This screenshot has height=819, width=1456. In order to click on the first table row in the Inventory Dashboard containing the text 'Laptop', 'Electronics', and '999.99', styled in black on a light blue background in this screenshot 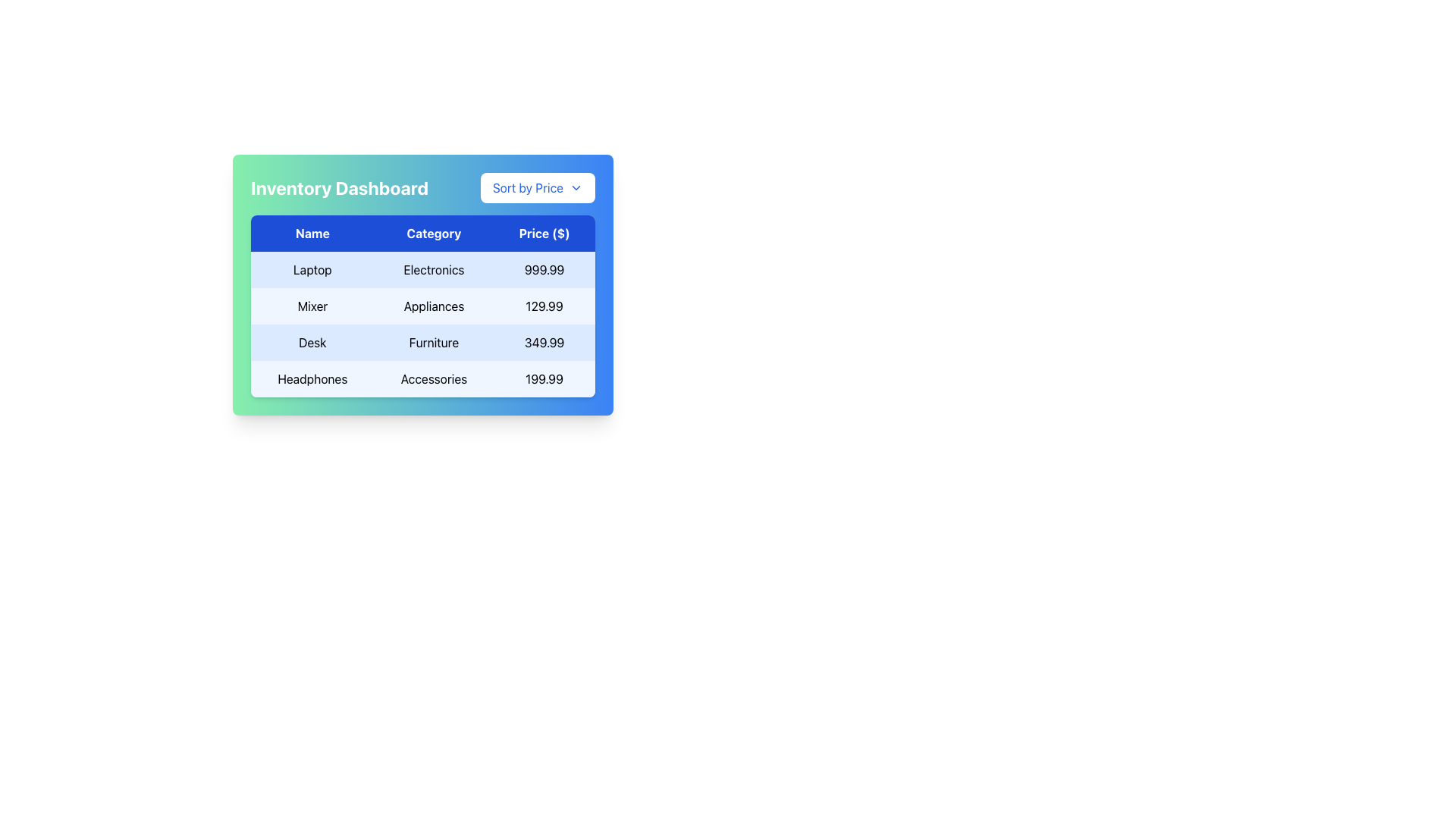, I will do `click(422, 268)`.